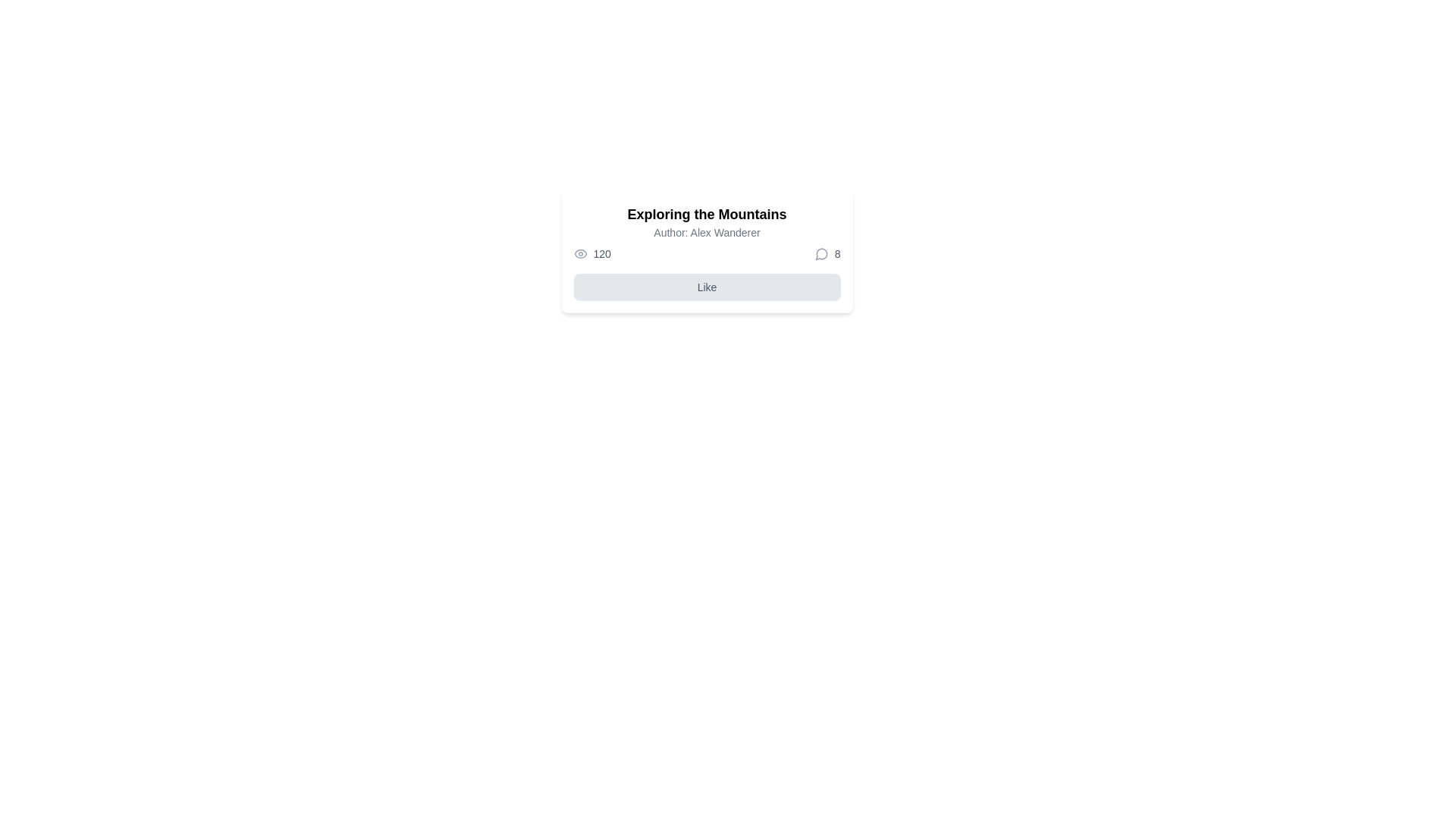 Image resolution: width=1456 pixels, height=819 pixels. What do you see at coordinates (706, 233) in the screenshot?
I see `the Text Label element displaying 'Author: Alex Wanderer', which is located below the heading 'Exploring the Mountains' and above the engagement metrics and 'Like' button` at bounding box center [706, 233].